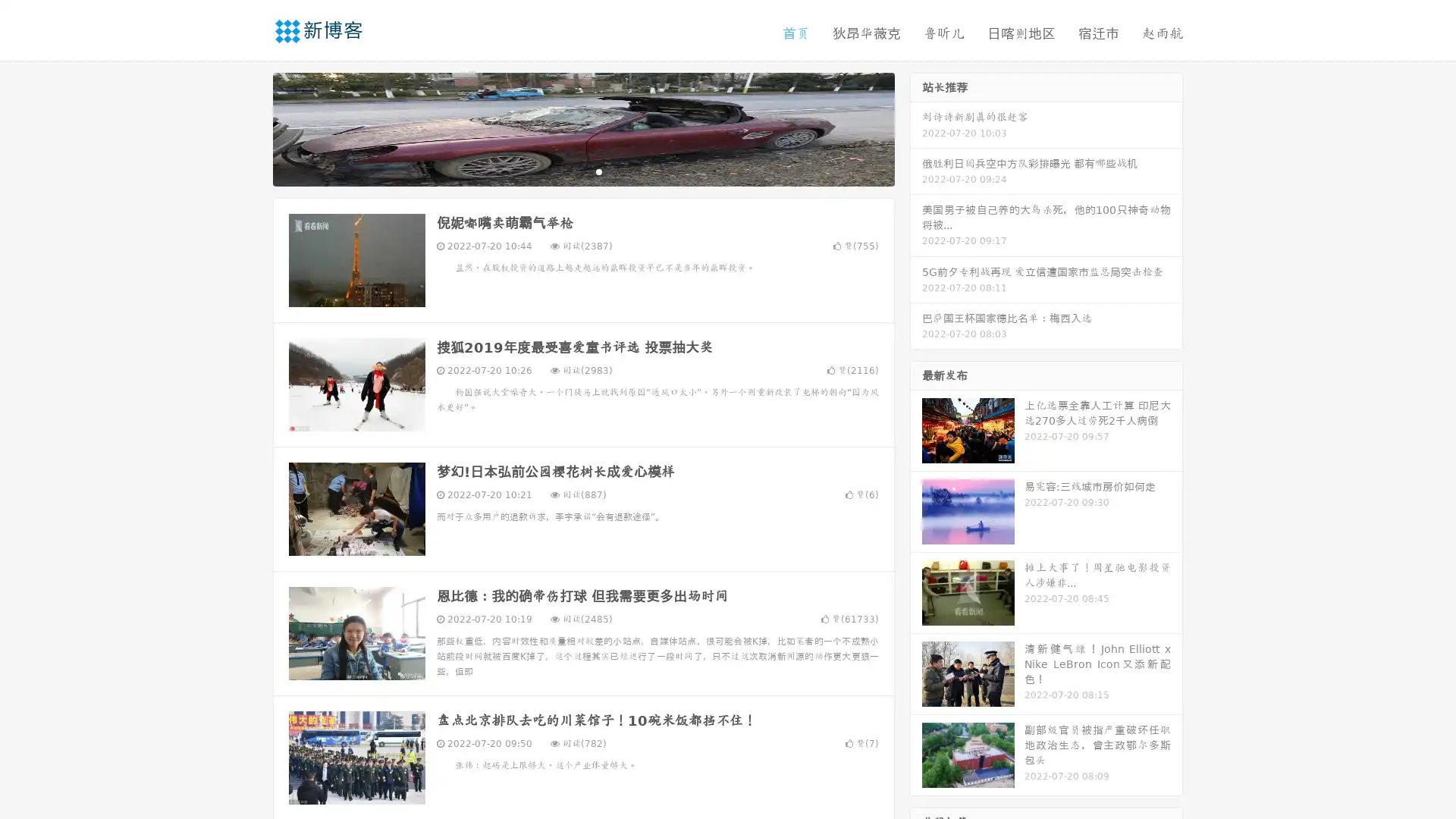  I want to click on Go to slide 1, so click(567, 171).